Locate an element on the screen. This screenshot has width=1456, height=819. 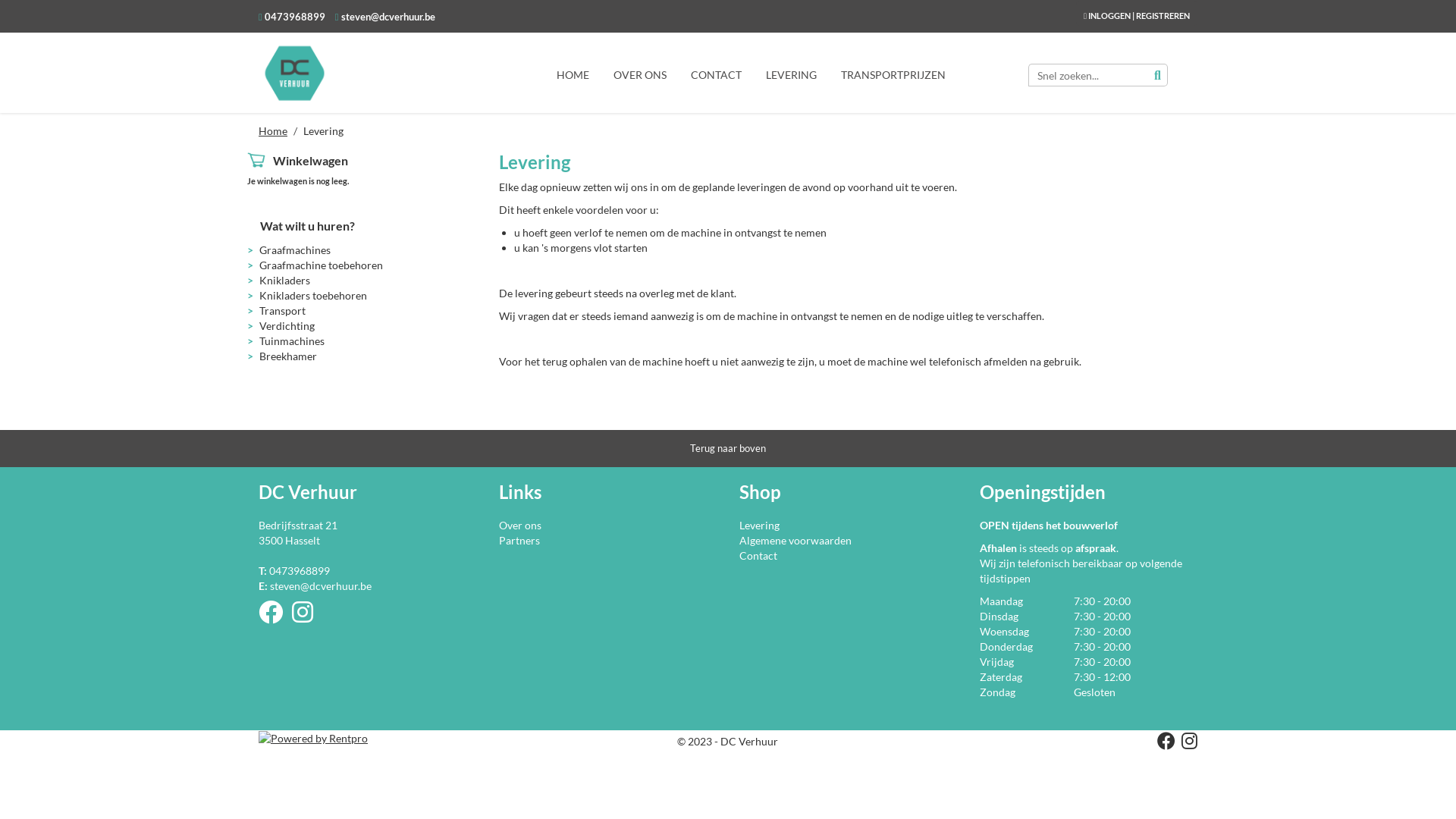
'REGISTREREN' is located at coordinates (1162, 15).